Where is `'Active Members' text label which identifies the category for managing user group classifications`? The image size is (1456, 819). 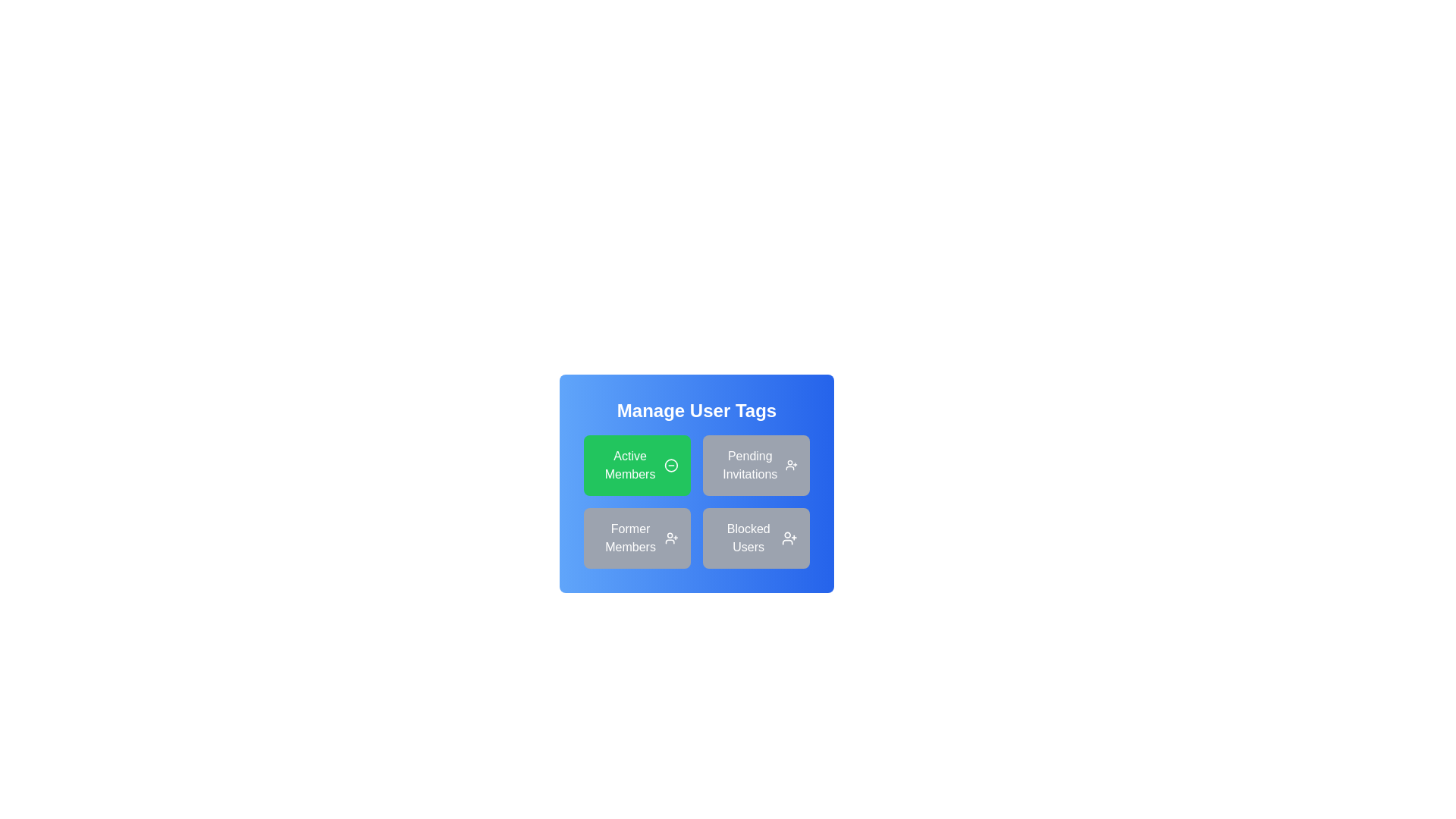
'Active Members' text label which identifies the category for managing user group classifications is located at coordinates (629, 464).